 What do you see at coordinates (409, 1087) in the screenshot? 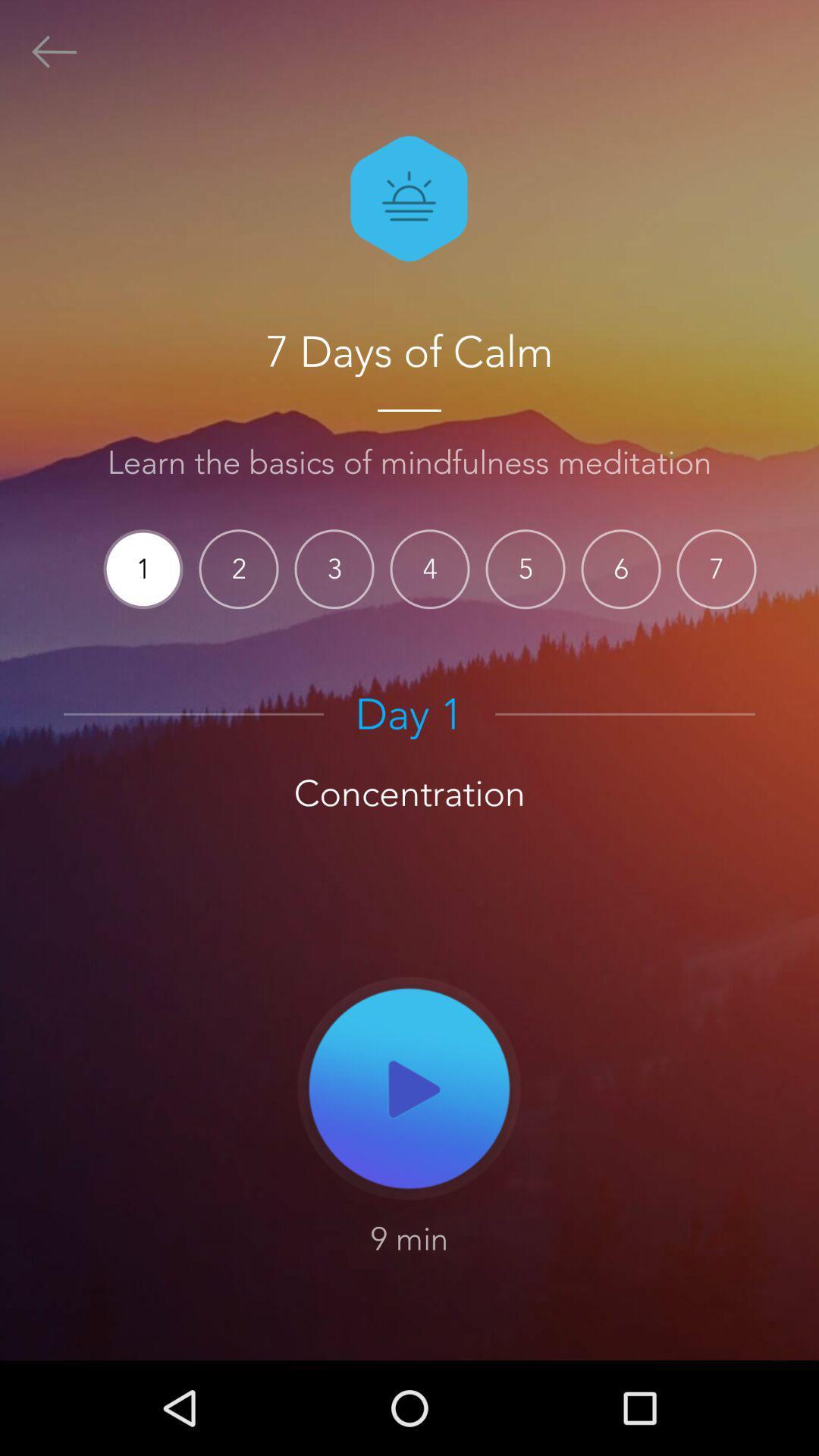
I see `play` at bounding box center [409, 1087].